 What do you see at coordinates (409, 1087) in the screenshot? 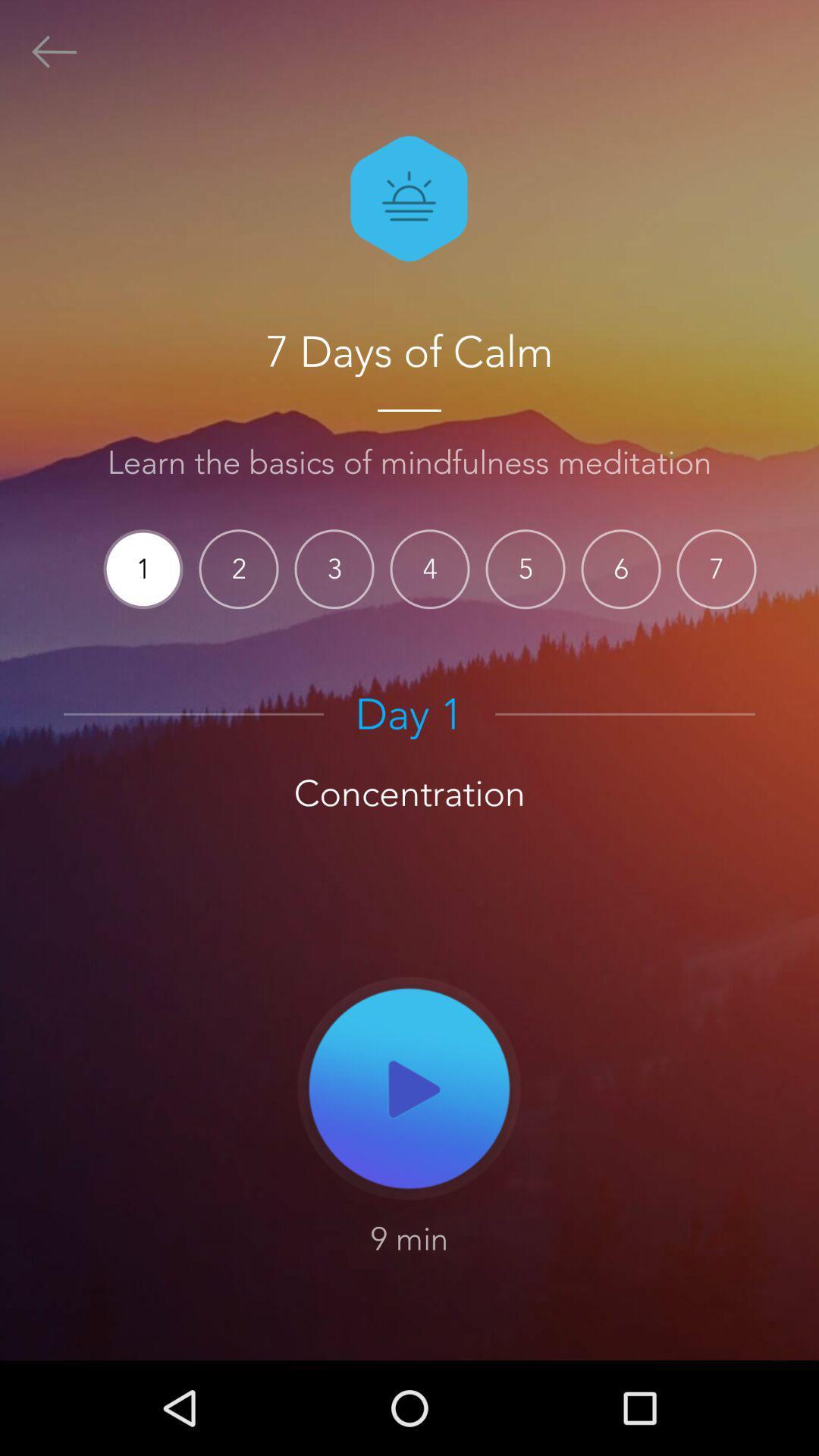
I see `play` at bounding box center [409, 1087].